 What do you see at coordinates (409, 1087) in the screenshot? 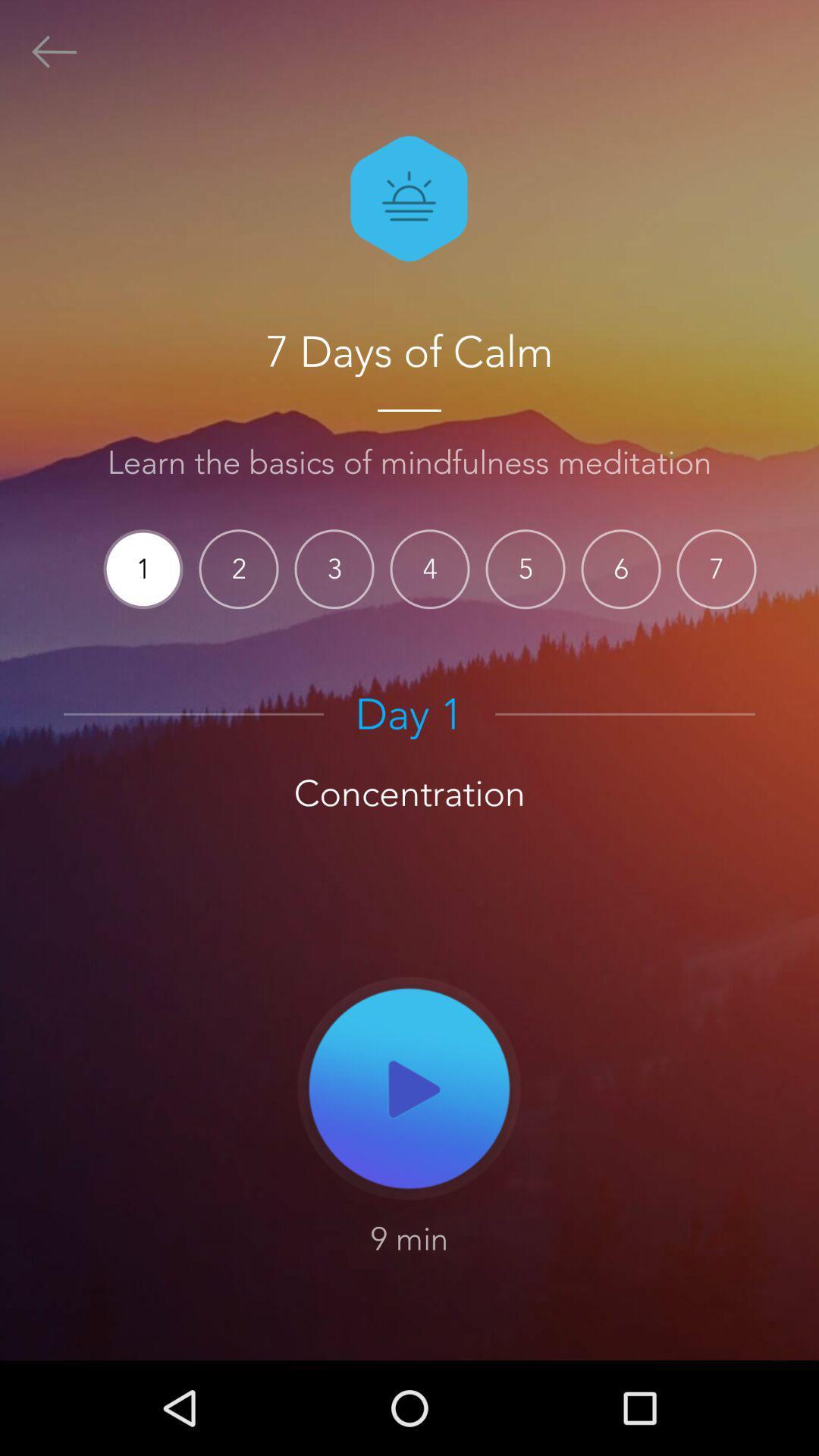
I see `play` at bounding box center [409, 1087].